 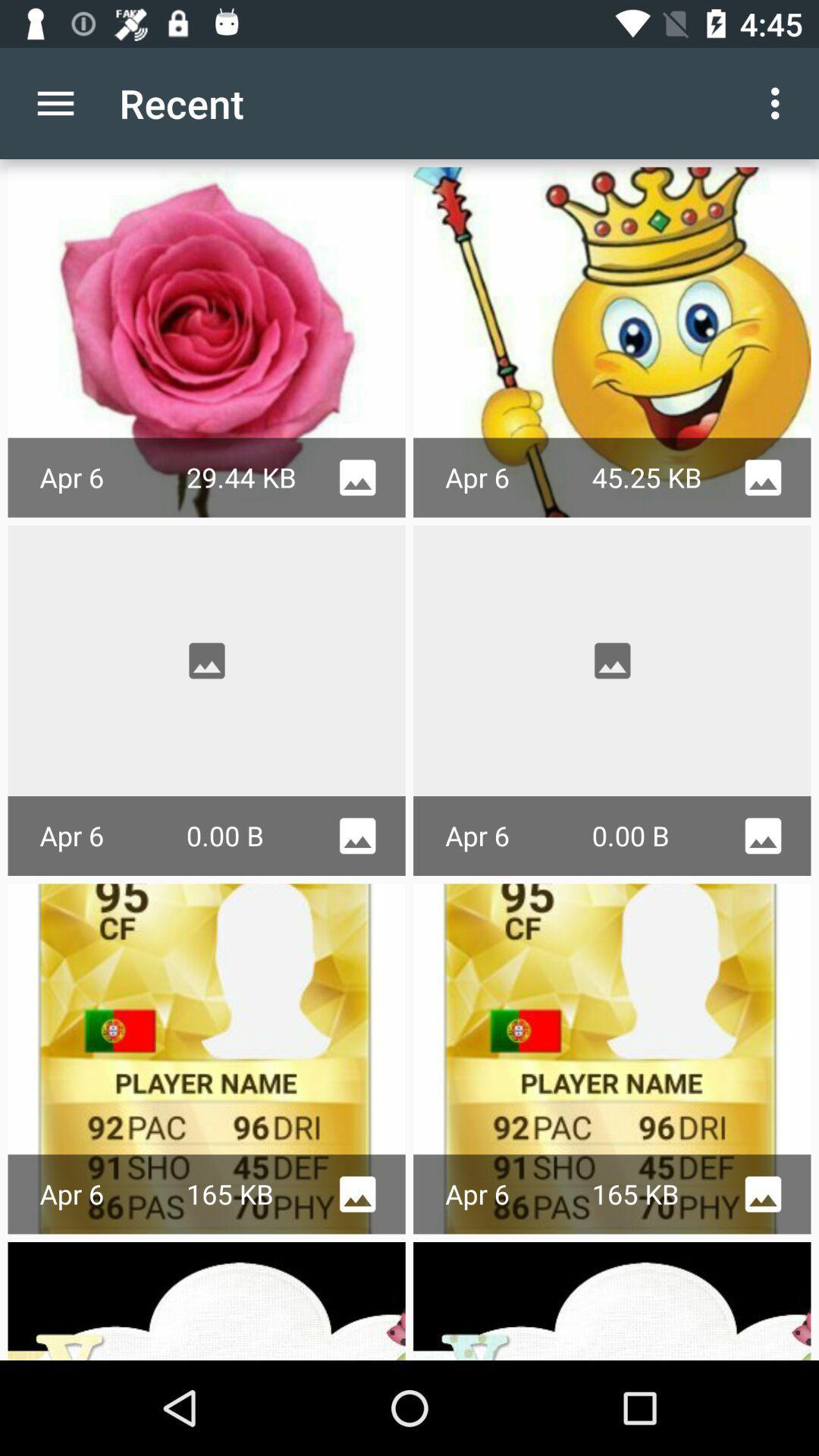 I want to click on the first image below the recent, so click(x=207, y=303).